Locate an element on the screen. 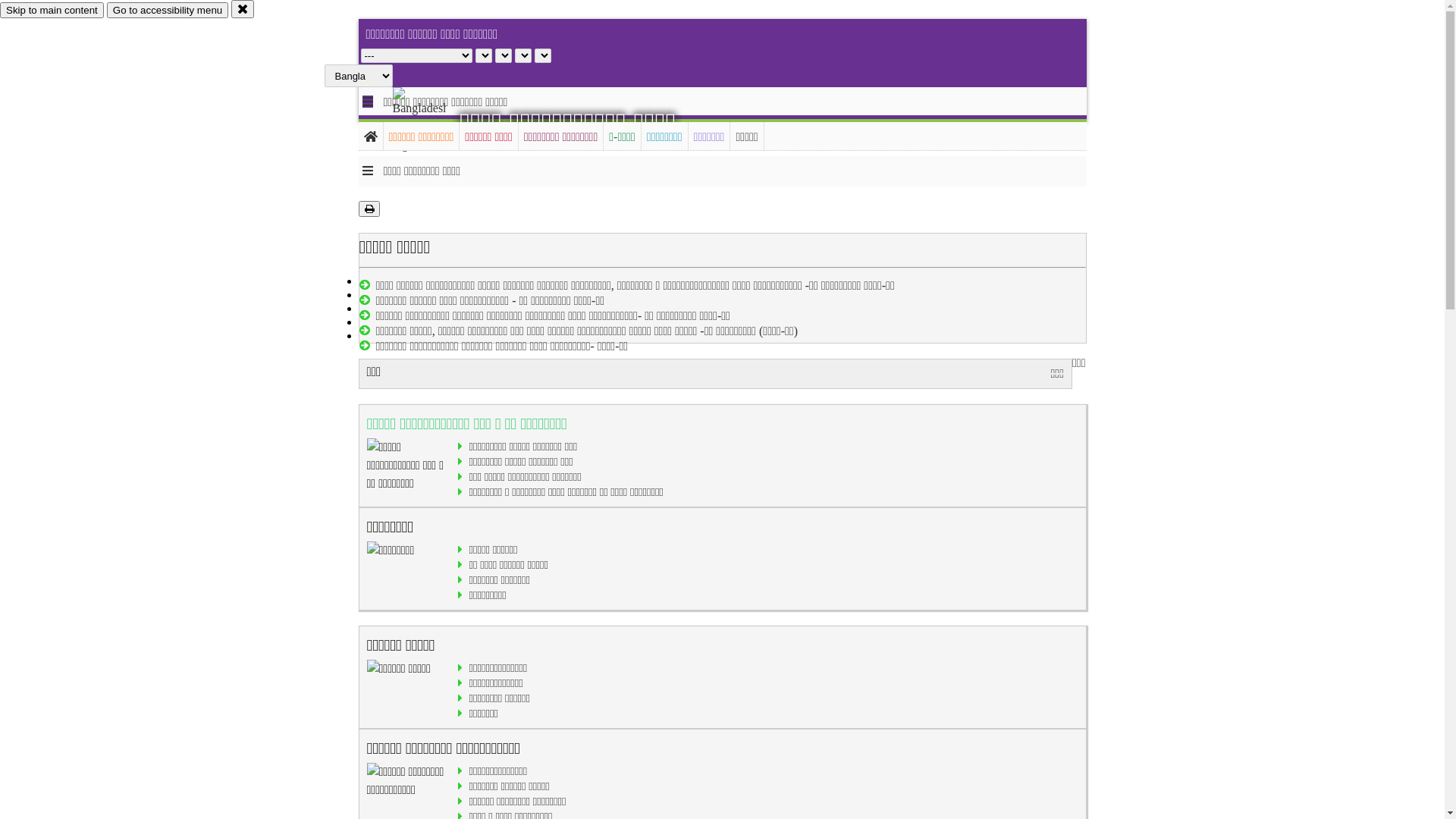 The image size is (1456, 819). 'Go to accessibility menu' is located at coordinates (105, 10).